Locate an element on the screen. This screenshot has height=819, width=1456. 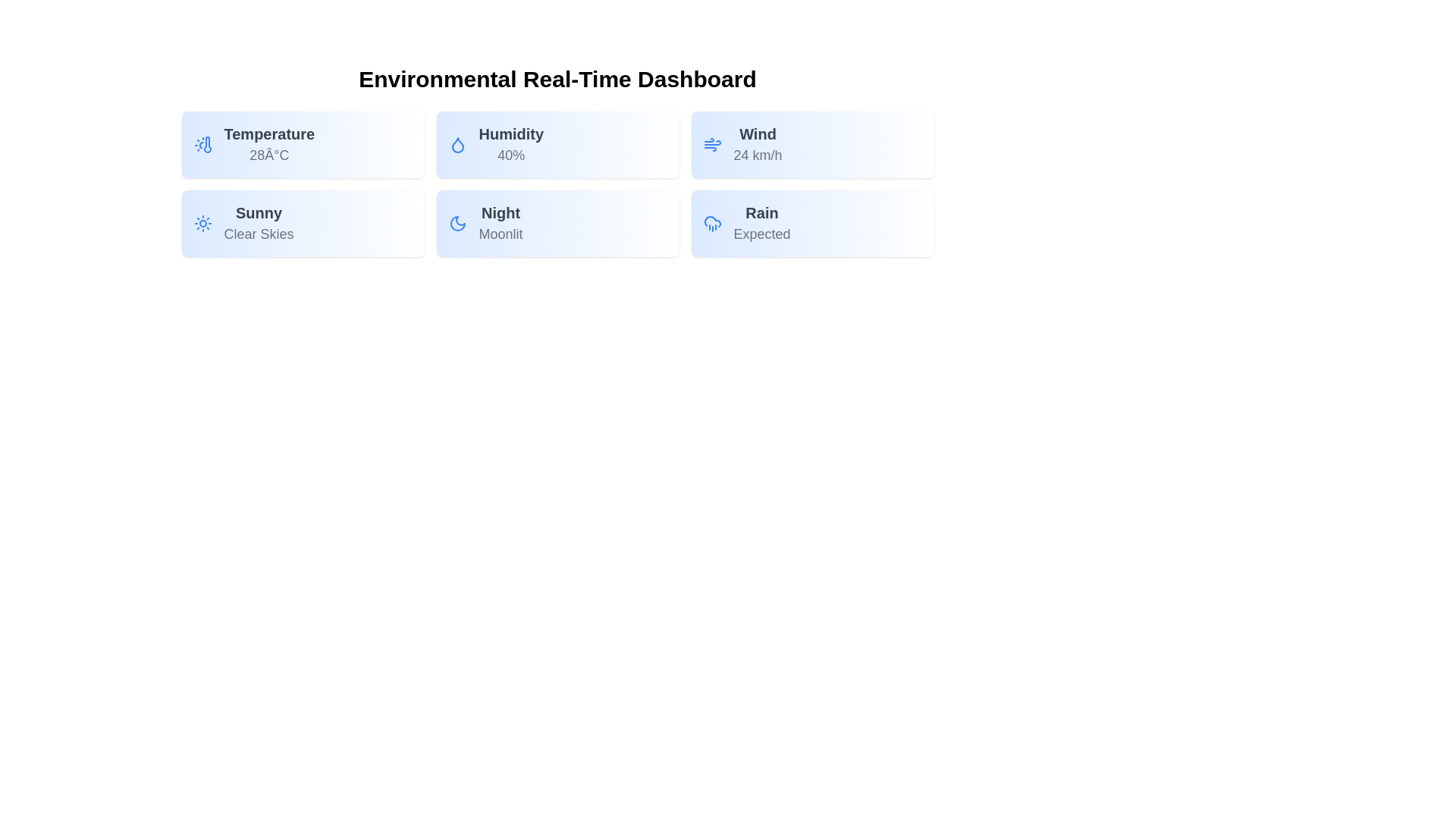
the 'Humidity' informational label element, which displays the text 'Humidity' in bold, dark-gray at the top and '40%' in lighter gray below, centered within a light blue rectangular card is located at coordinates (511, 145).